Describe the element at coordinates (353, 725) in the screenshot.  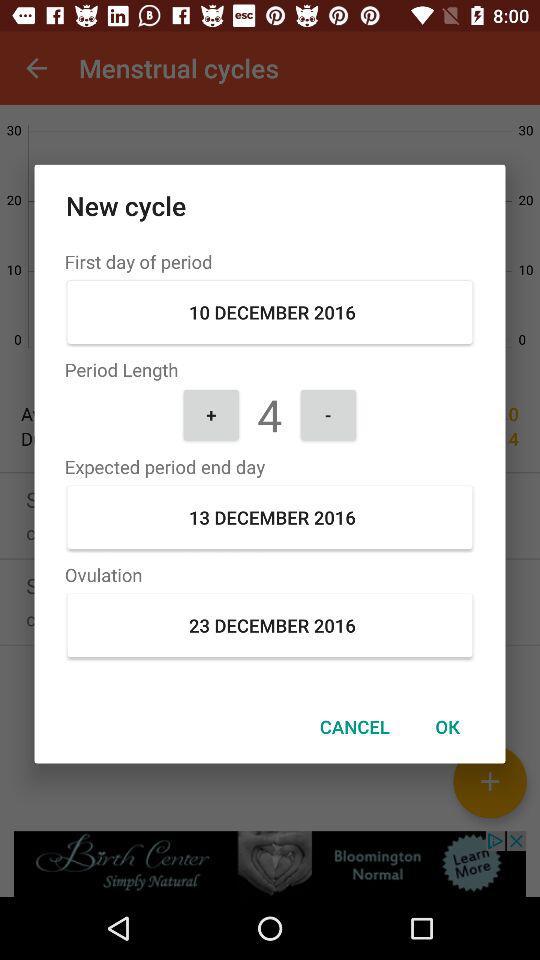
I see `the cancel item` at that location.